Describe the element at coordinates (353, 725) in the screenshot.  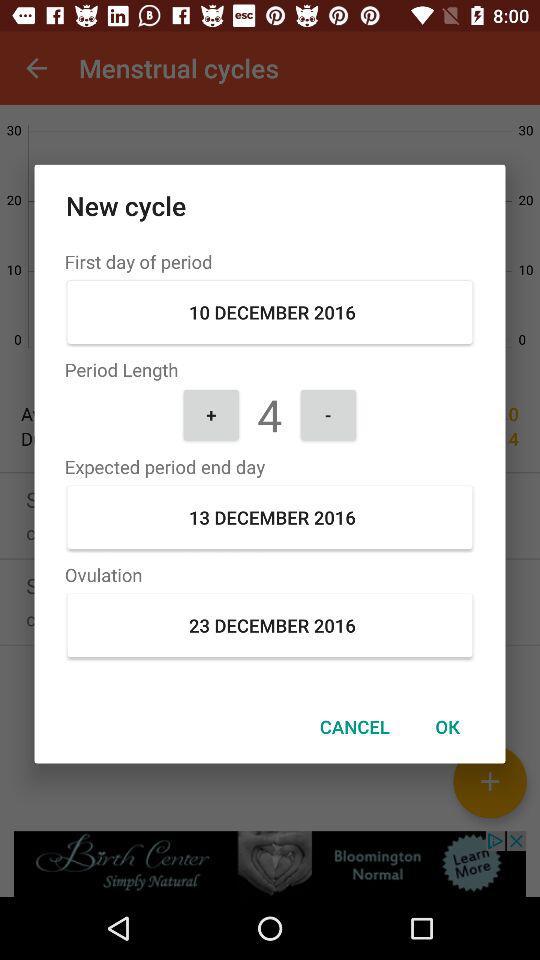
I see `the cancel item` at that location.